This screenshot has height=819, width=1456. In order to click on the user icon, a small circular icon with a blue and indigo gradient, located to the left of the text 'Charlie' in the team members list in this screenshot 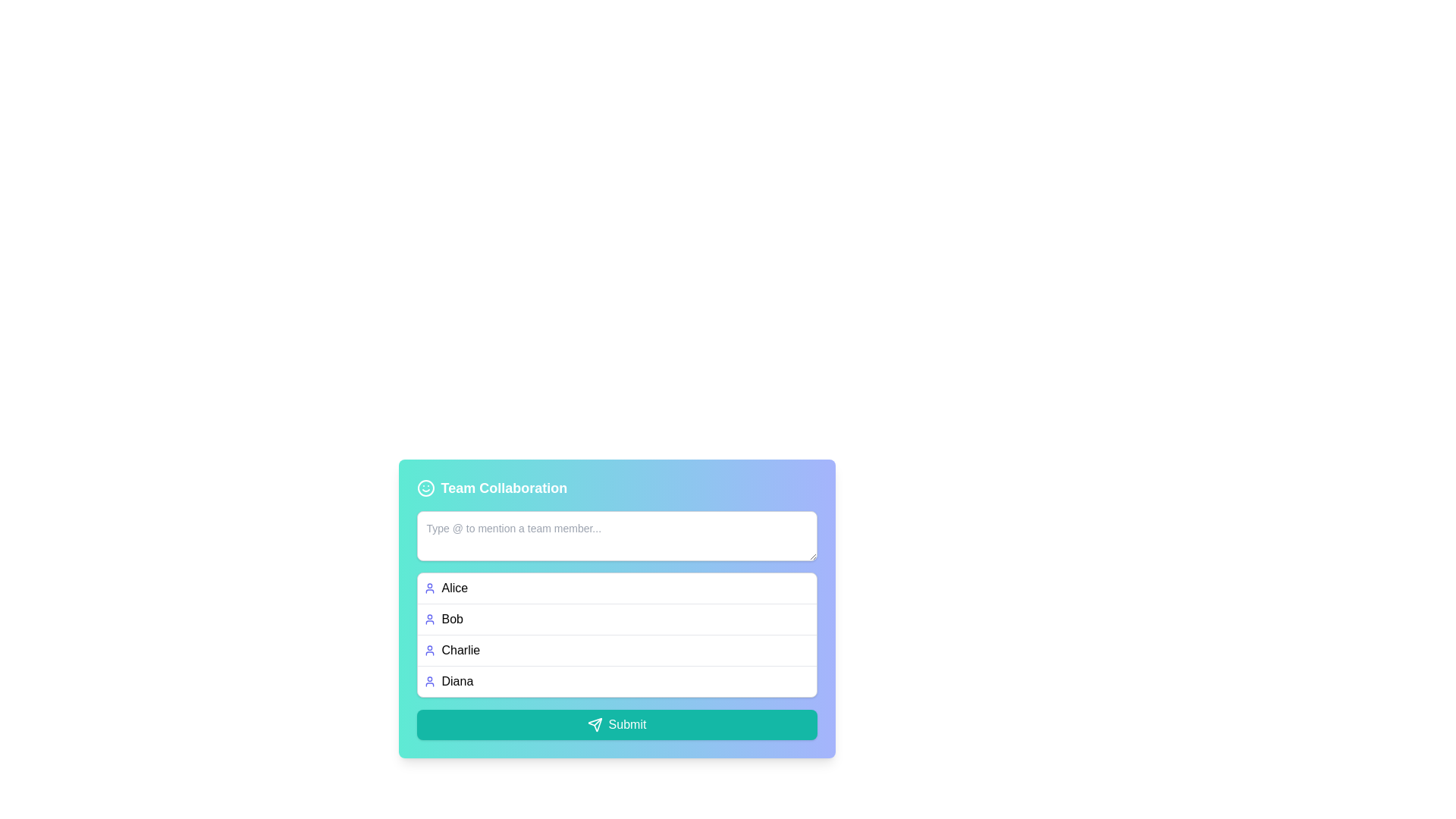, I will do `click(428, 649)`.